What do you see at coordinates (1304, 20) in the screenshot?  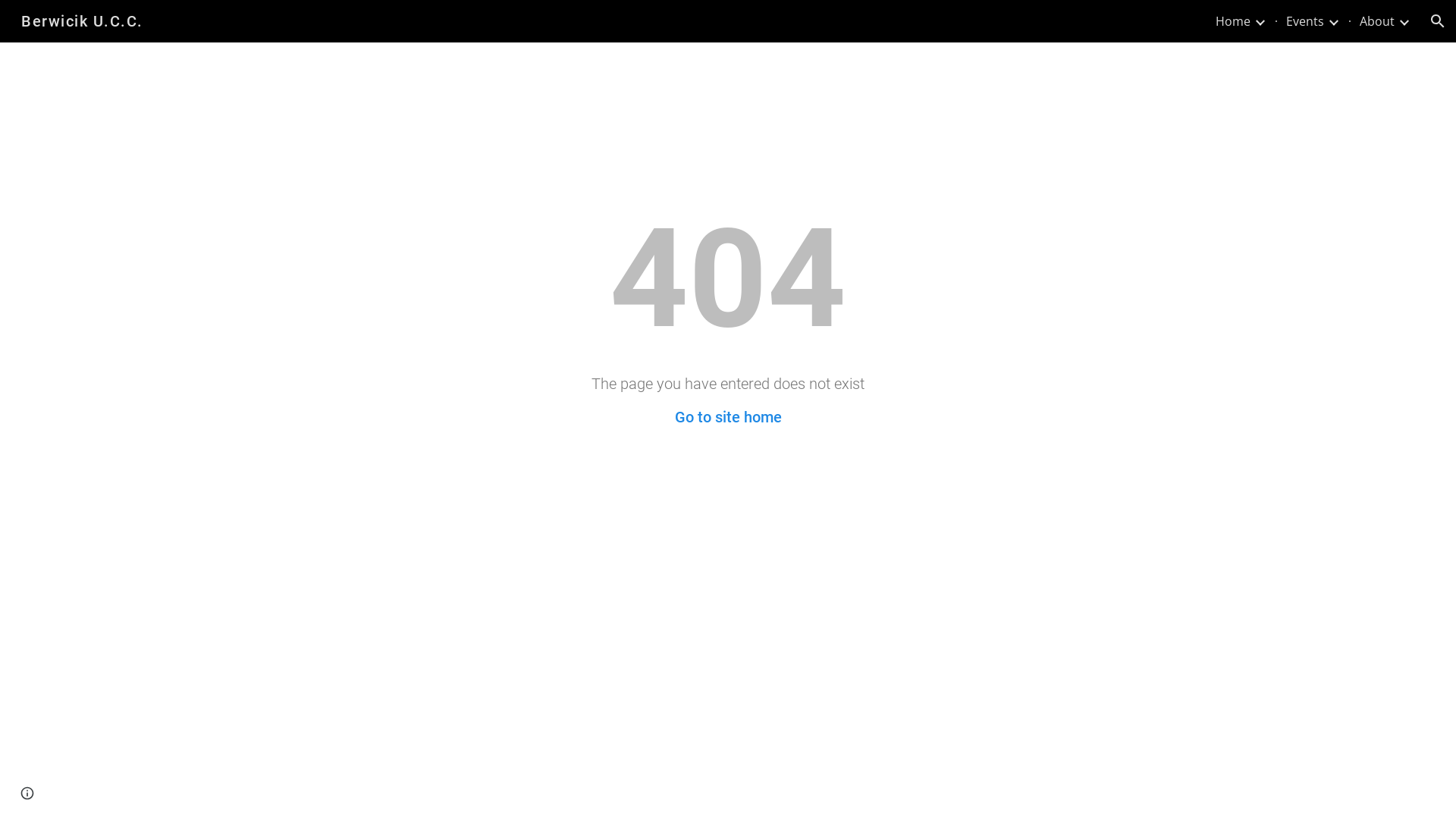 I see `'Events'` at bounding box center [1304, 20].